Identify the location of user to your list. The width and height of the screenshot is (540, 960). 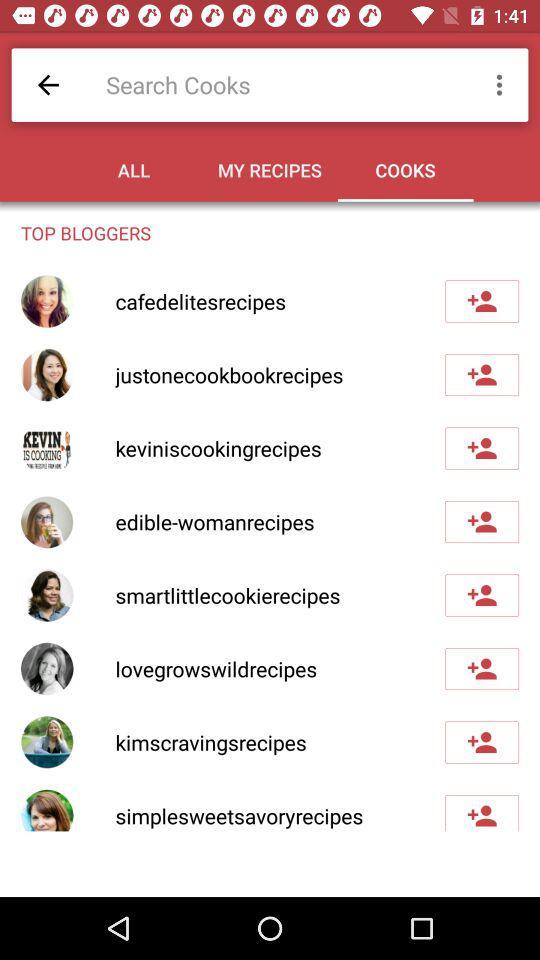
(481, 813).